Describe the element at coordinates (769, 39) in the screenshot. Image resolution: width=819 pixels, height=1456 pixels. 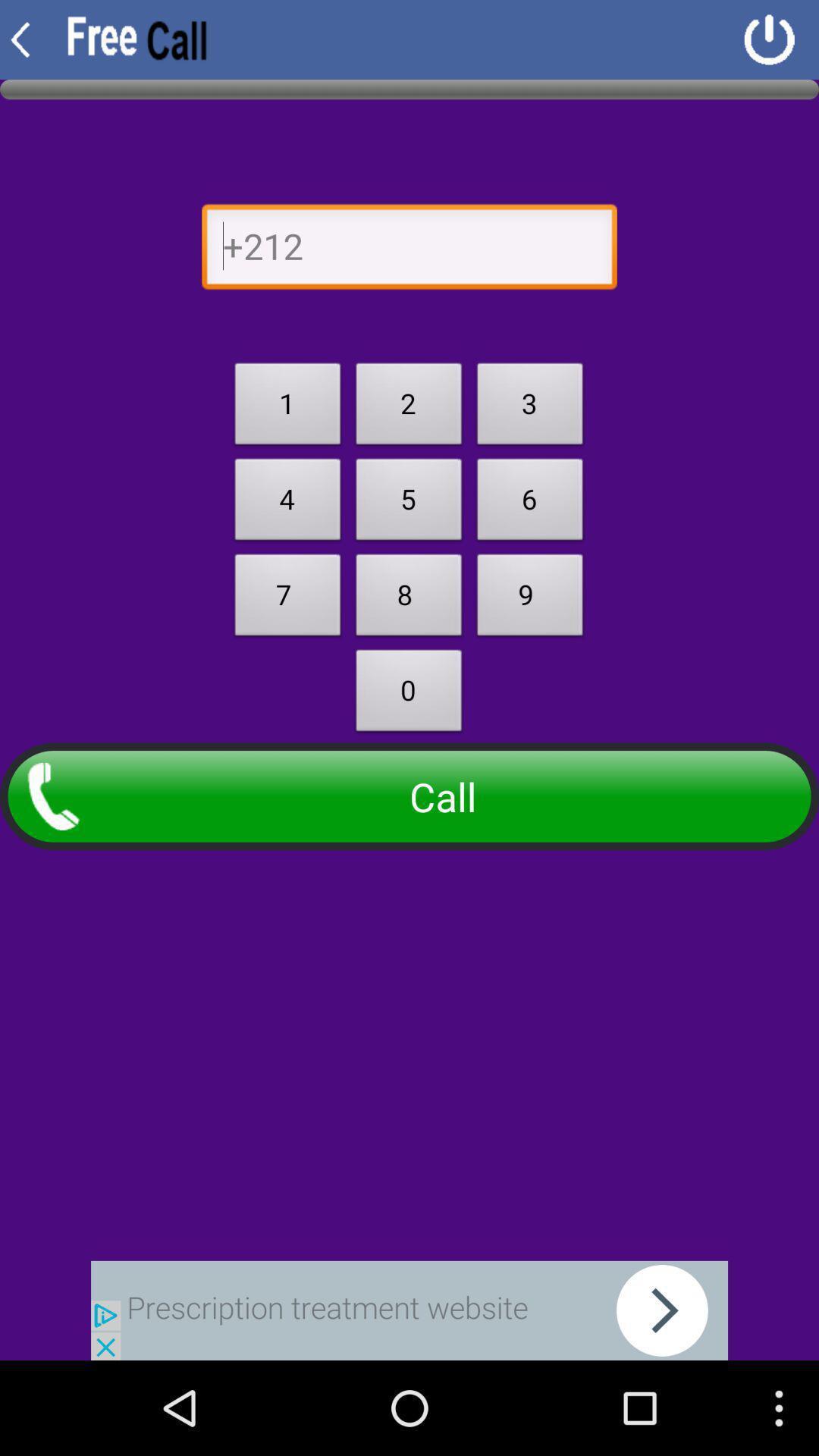
I see `logout` at that location.